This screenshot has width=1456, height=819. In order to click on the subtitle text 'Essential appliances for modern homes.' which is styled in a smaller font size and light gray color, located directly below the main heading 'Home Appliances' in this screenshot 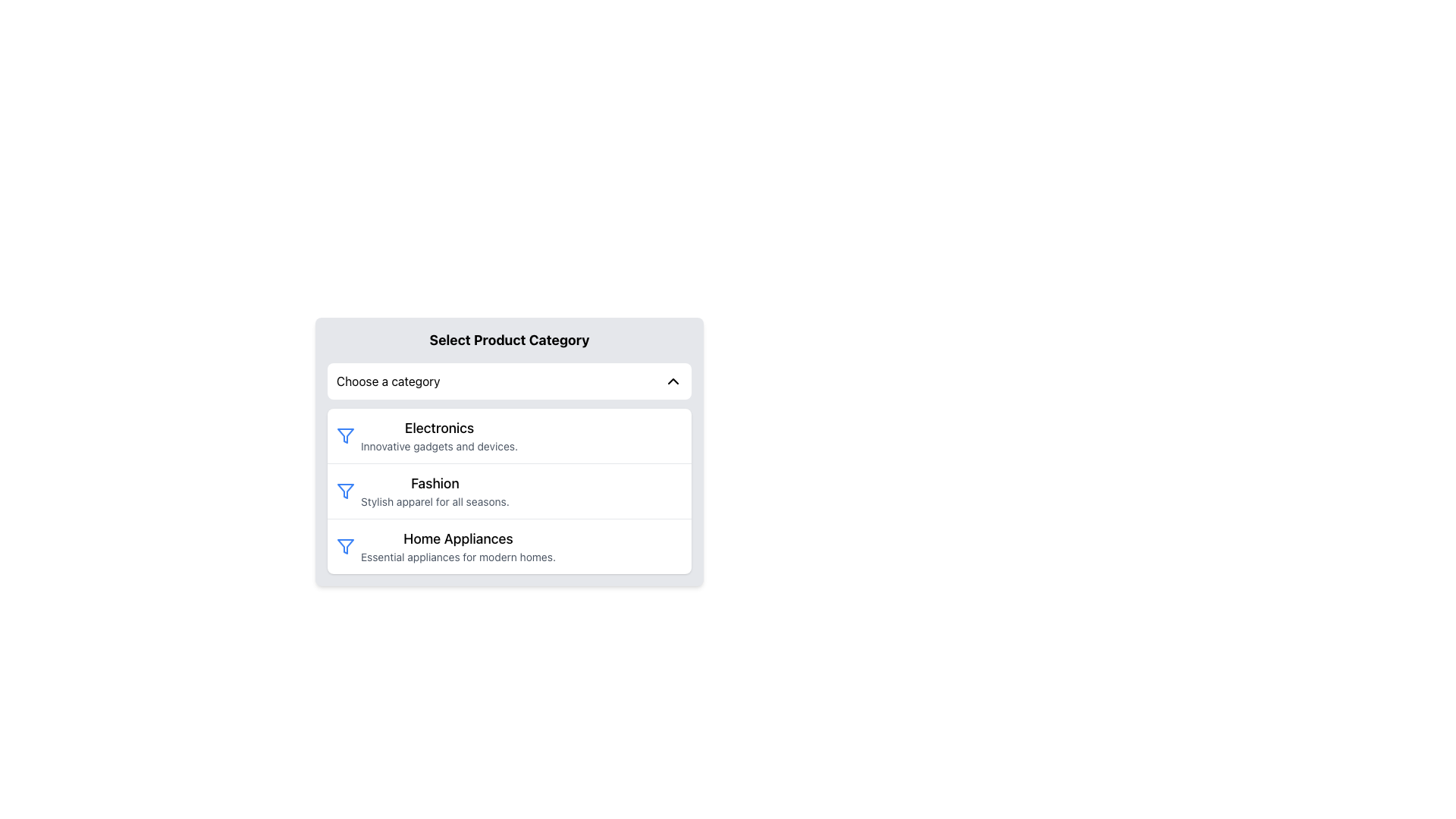, I will do `click(457, 557)`.